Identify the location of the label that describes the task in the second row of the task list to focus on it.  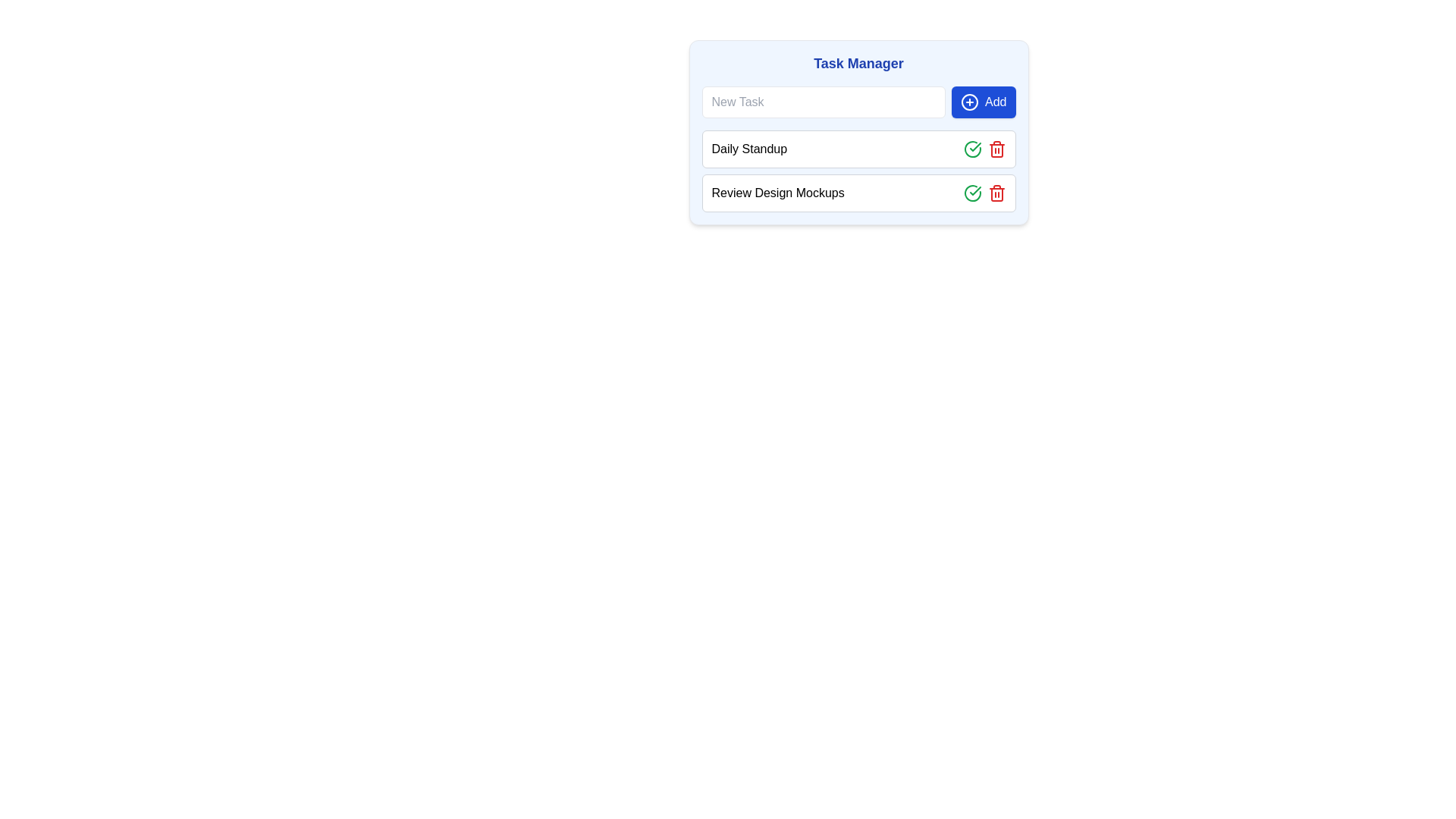
(778, 192).